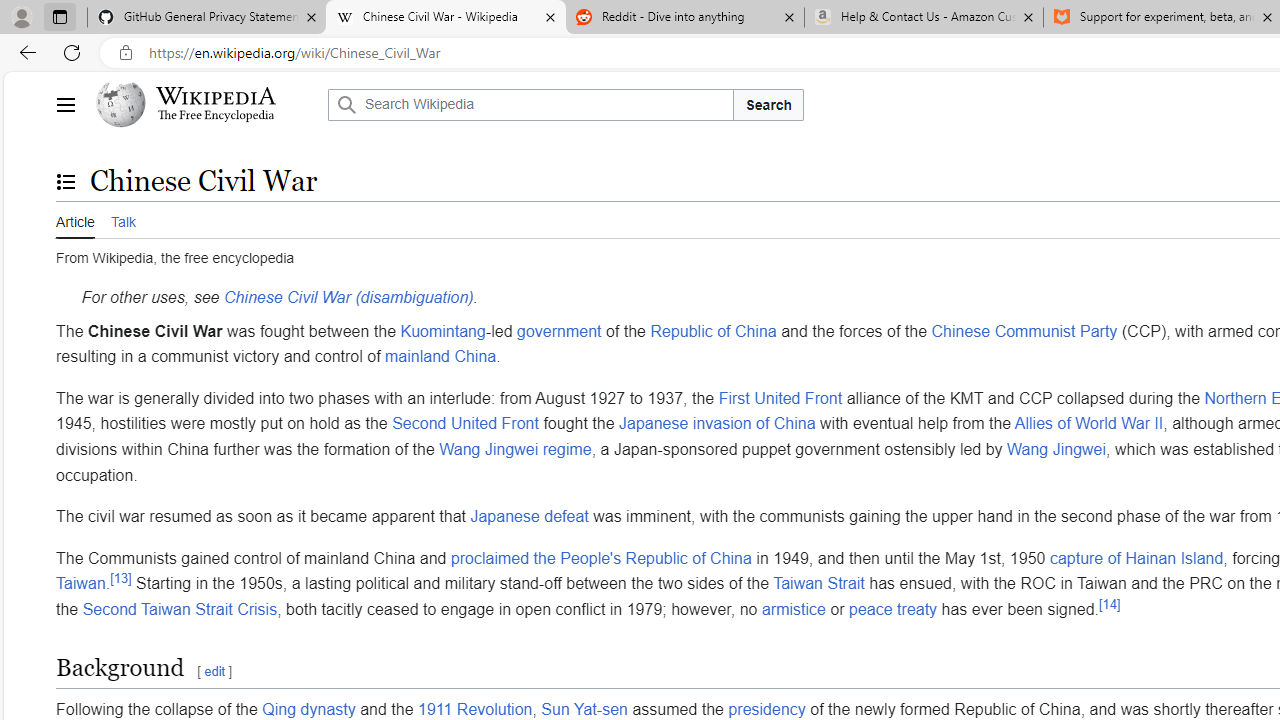 This screenshot has width=1280, height=720. Describe the element at coordinates (179, 607) in the screenshot. I see `'Second Taiwan Strait Crisis'` at that location.